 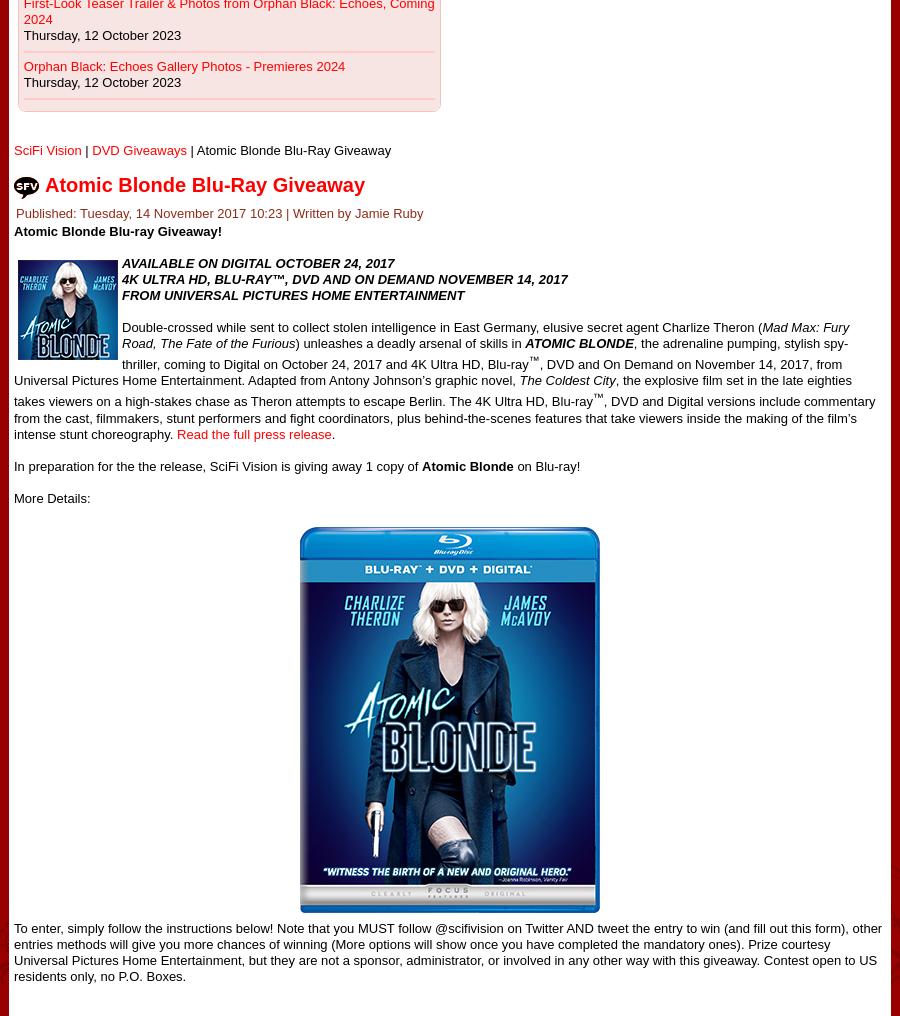 I want to click on 'SciFi Vision', so click(x=46, y=149).